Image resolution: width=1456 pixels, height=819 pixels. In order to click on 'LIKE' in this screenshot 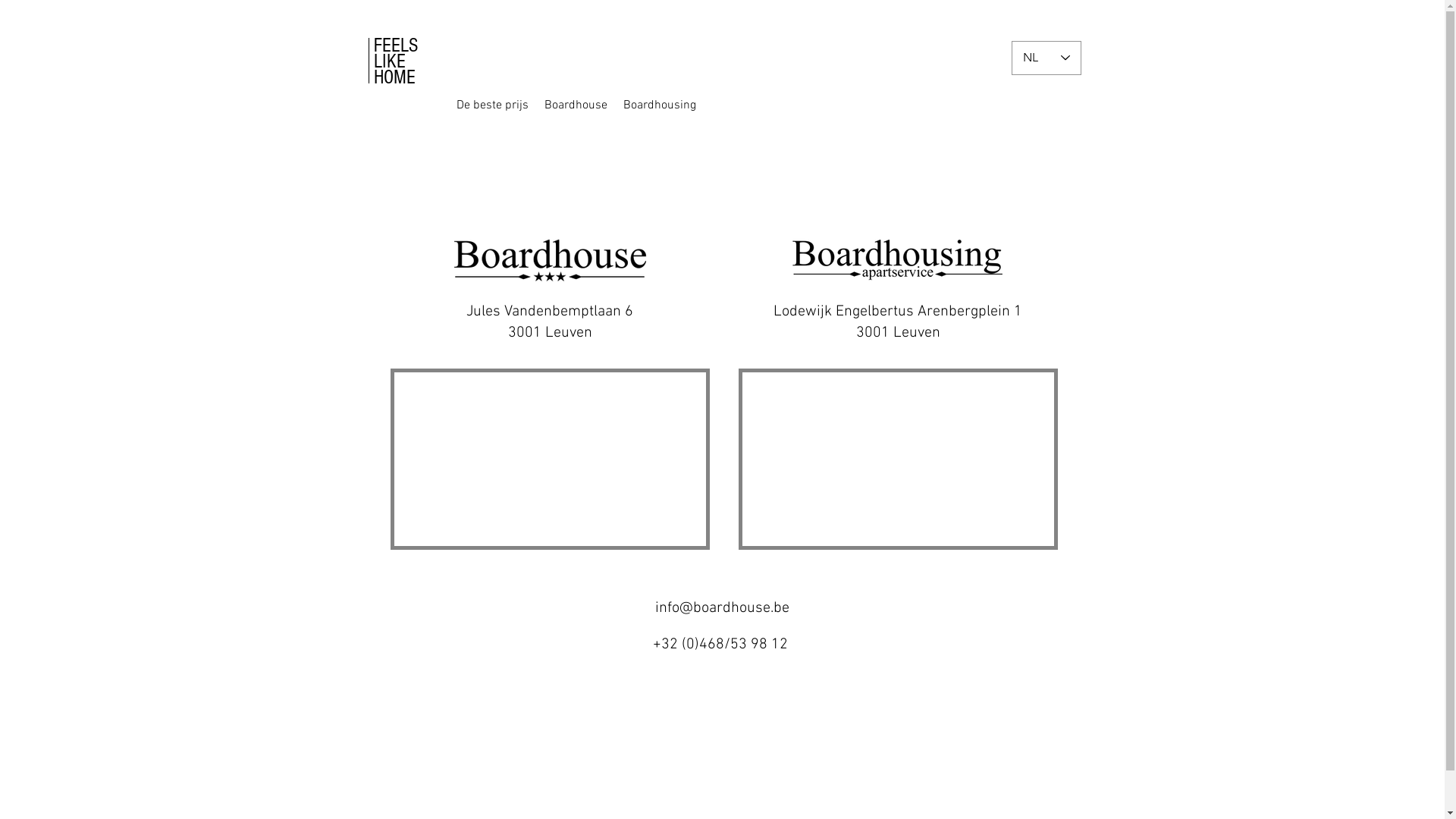, I will do `click(389, 61)`.